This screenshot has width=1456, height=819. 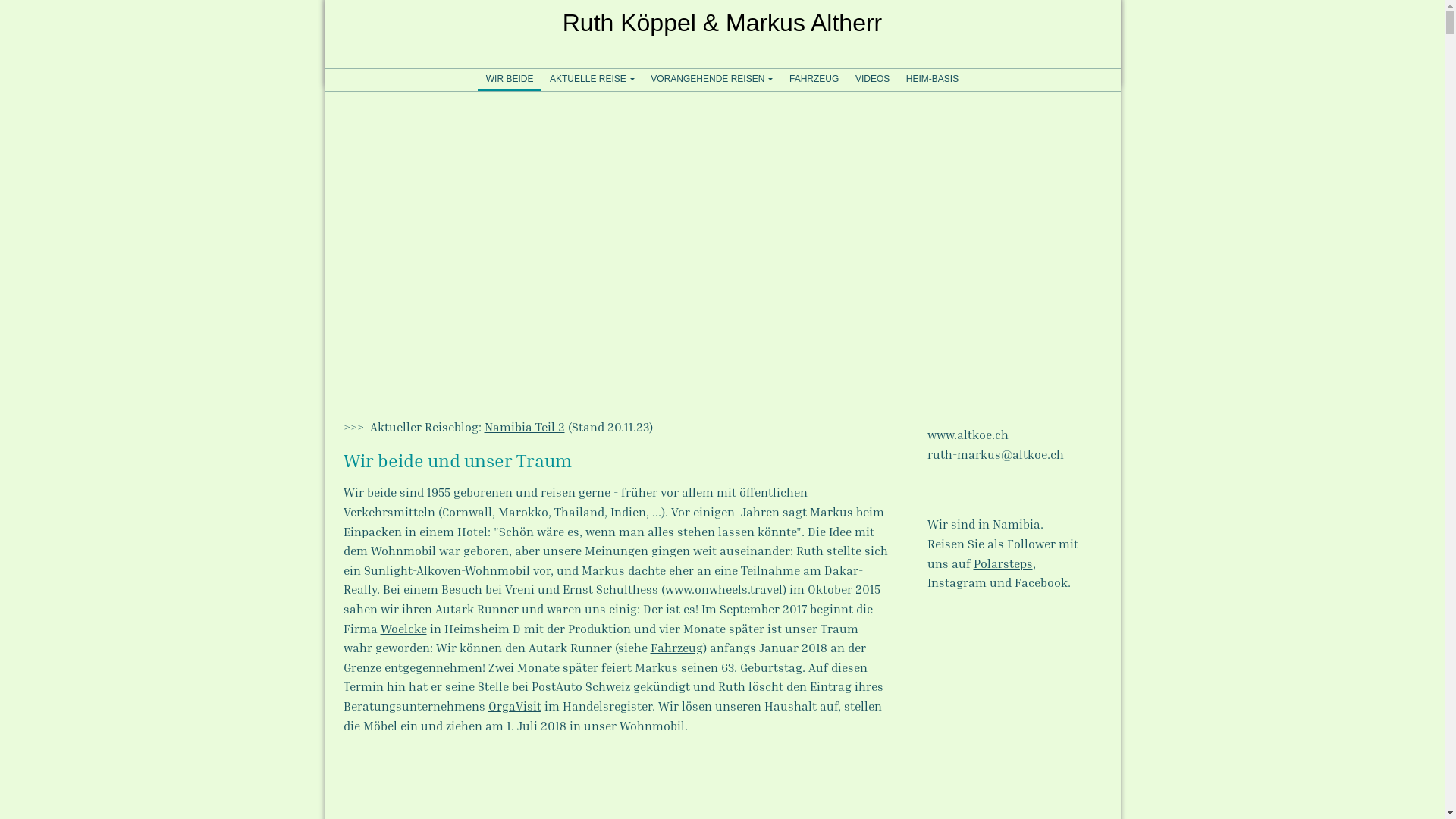 I want to click on 'HEIM-BASIS', so click(x=898, y=79).